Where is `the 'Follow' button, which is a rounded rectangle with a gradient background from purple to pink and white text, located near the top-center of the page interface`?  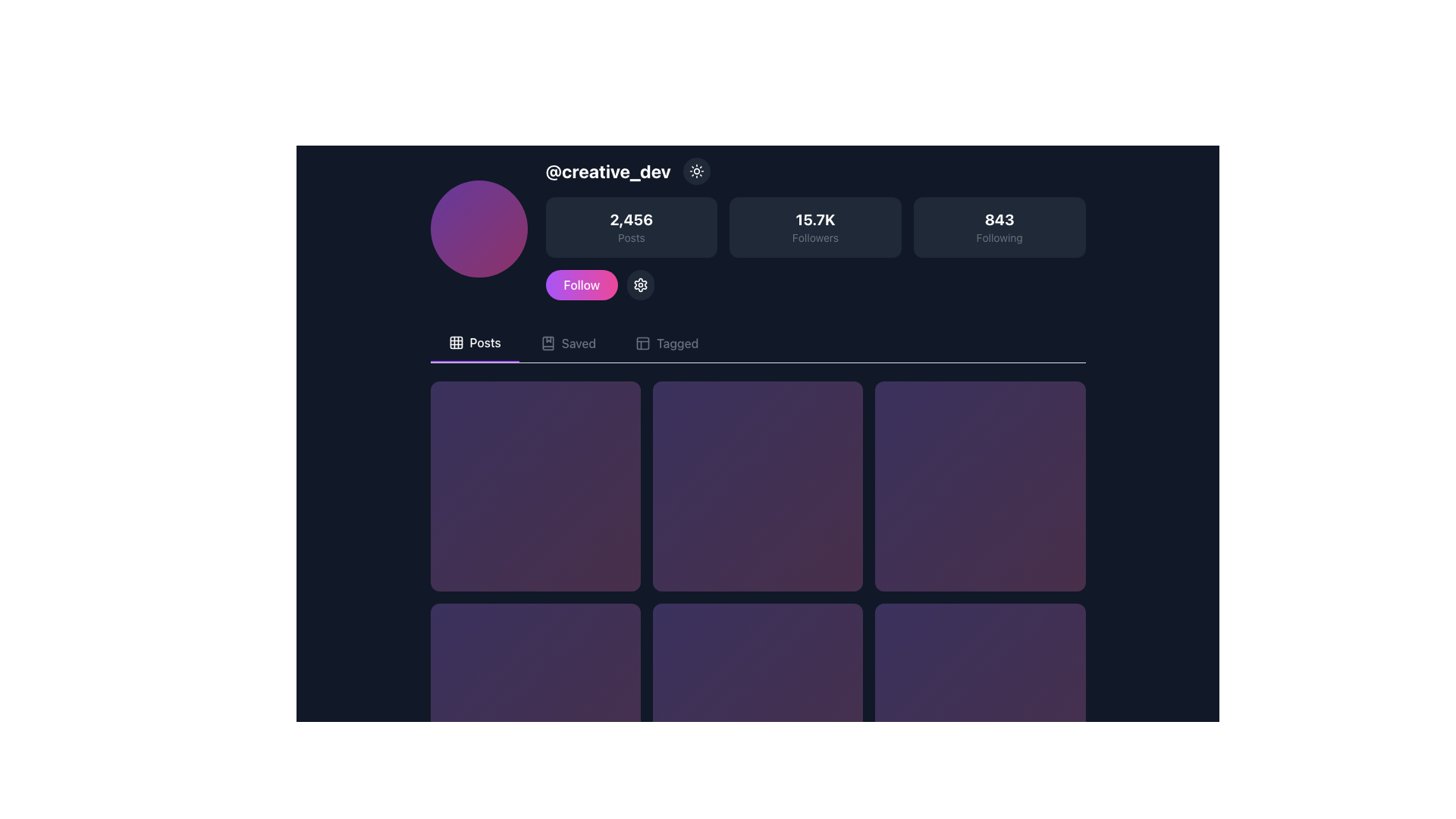
the 'Follow' button, which is a rounded rectangle with a gradient background from purple to pink and white text, located near the top-center of the page interface is located at coordinates (581, 284).